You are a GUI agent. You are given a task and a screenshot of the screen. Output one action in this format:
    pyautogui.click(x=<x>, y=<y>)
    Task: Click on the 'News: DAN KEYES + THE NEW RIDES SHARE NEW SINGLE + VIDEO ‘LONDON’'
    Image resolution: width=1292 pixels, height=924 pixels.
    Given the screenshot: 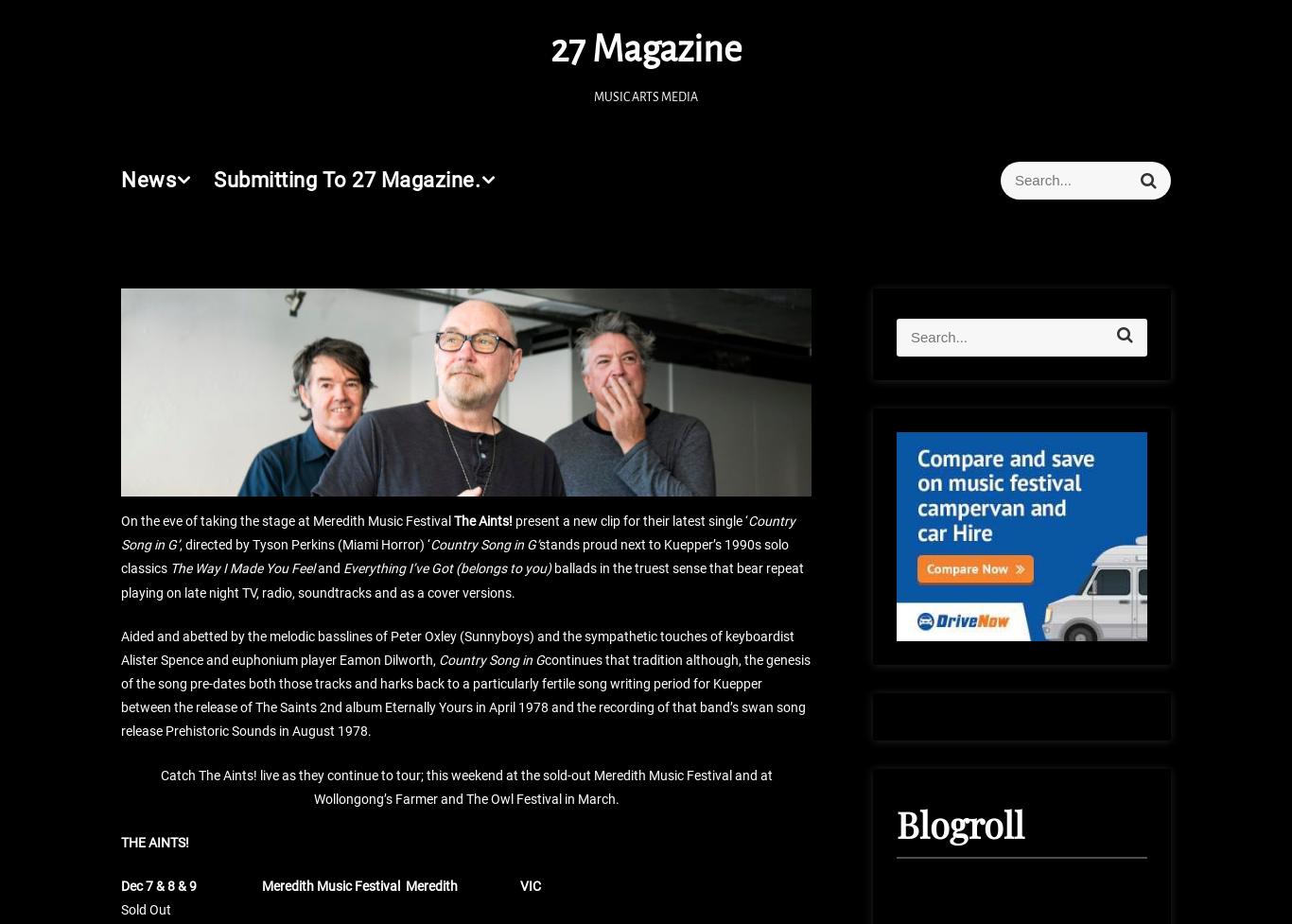 What is the action you would take?
    pyautogui.click(x=1041, y=633)
    